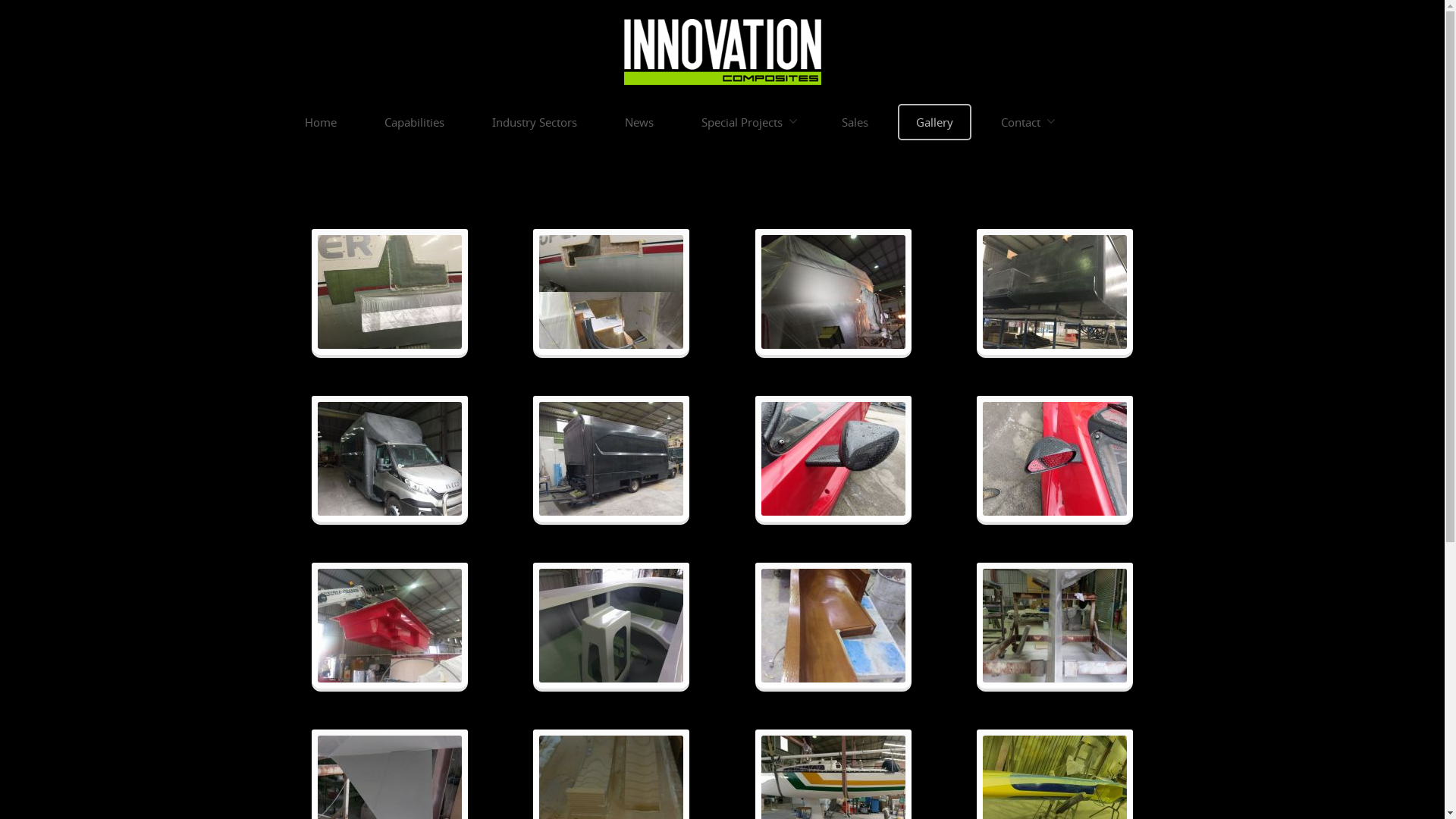 This screenshot has height=819, width=1456. I want to click on 'Industry Sectors', so click(534, 121).